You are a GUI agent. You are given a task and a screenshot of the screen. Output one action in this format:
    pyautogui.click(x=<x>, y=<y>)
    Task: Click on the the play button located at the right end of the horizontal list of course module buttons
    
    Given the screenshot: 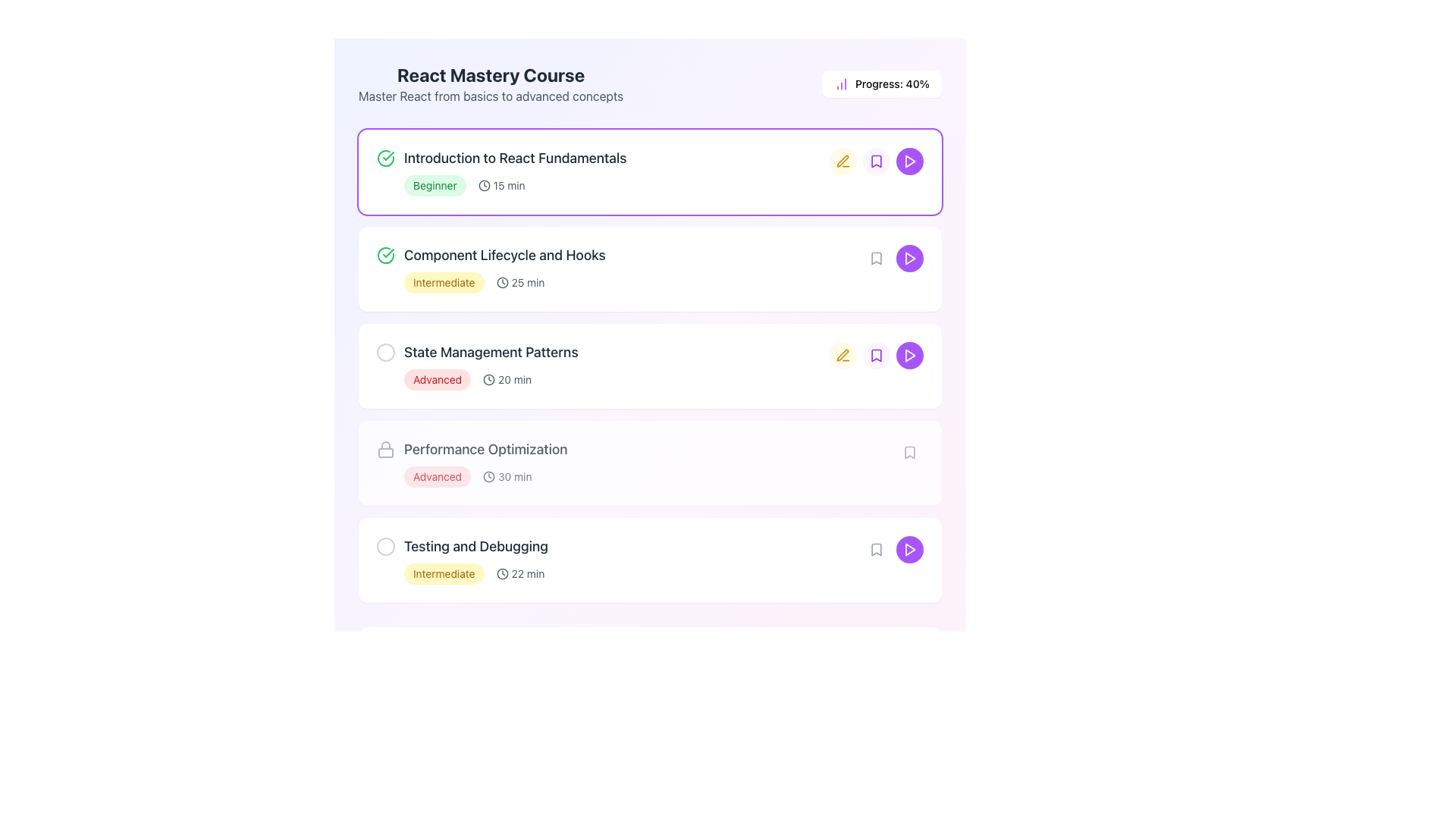 What is the action you would take?
    pyautogui.click(x=910, y=161)
    